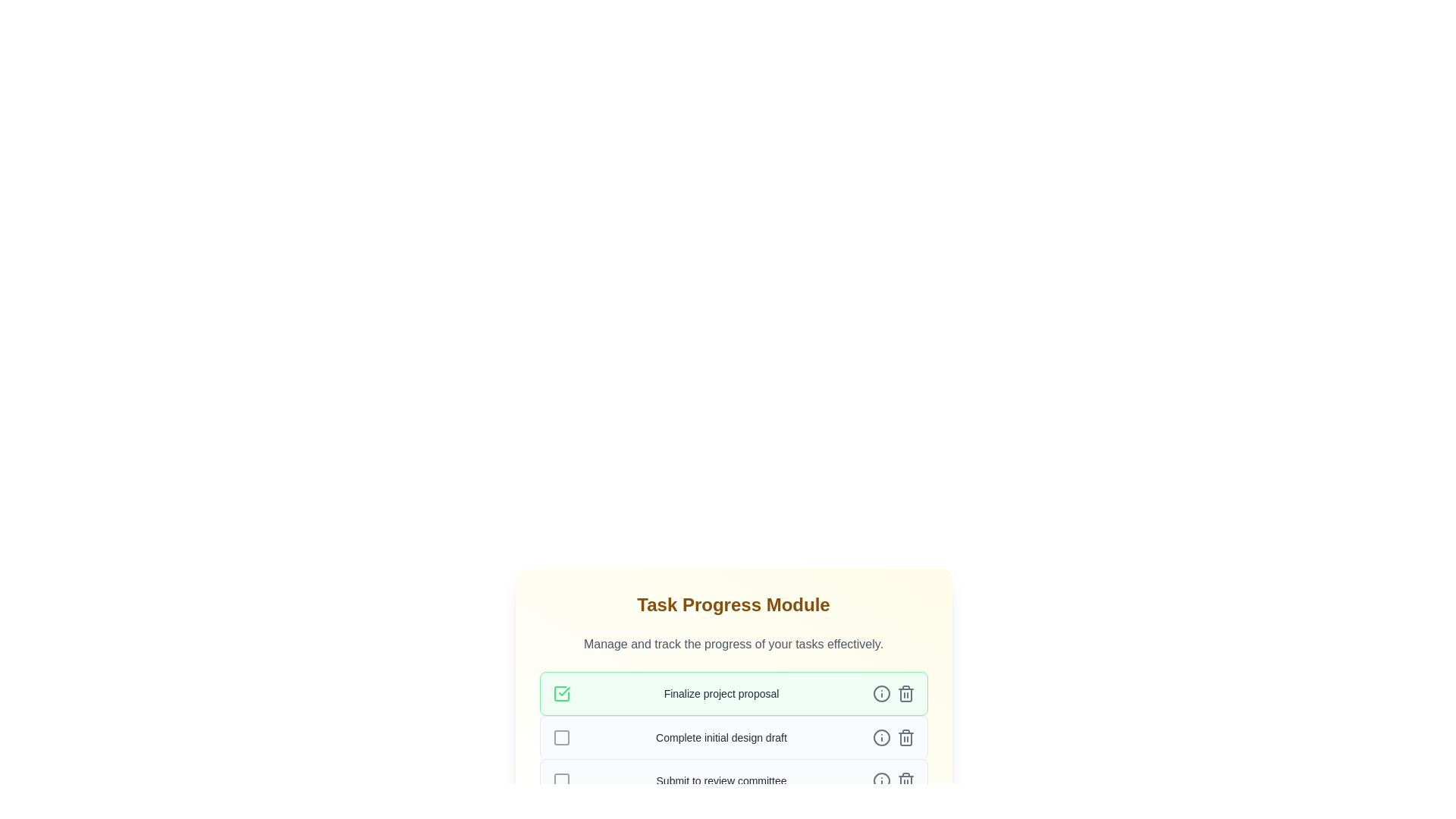 This screenshot has height=819, width=1456. I want to click on the delete button, so click(905, 693).